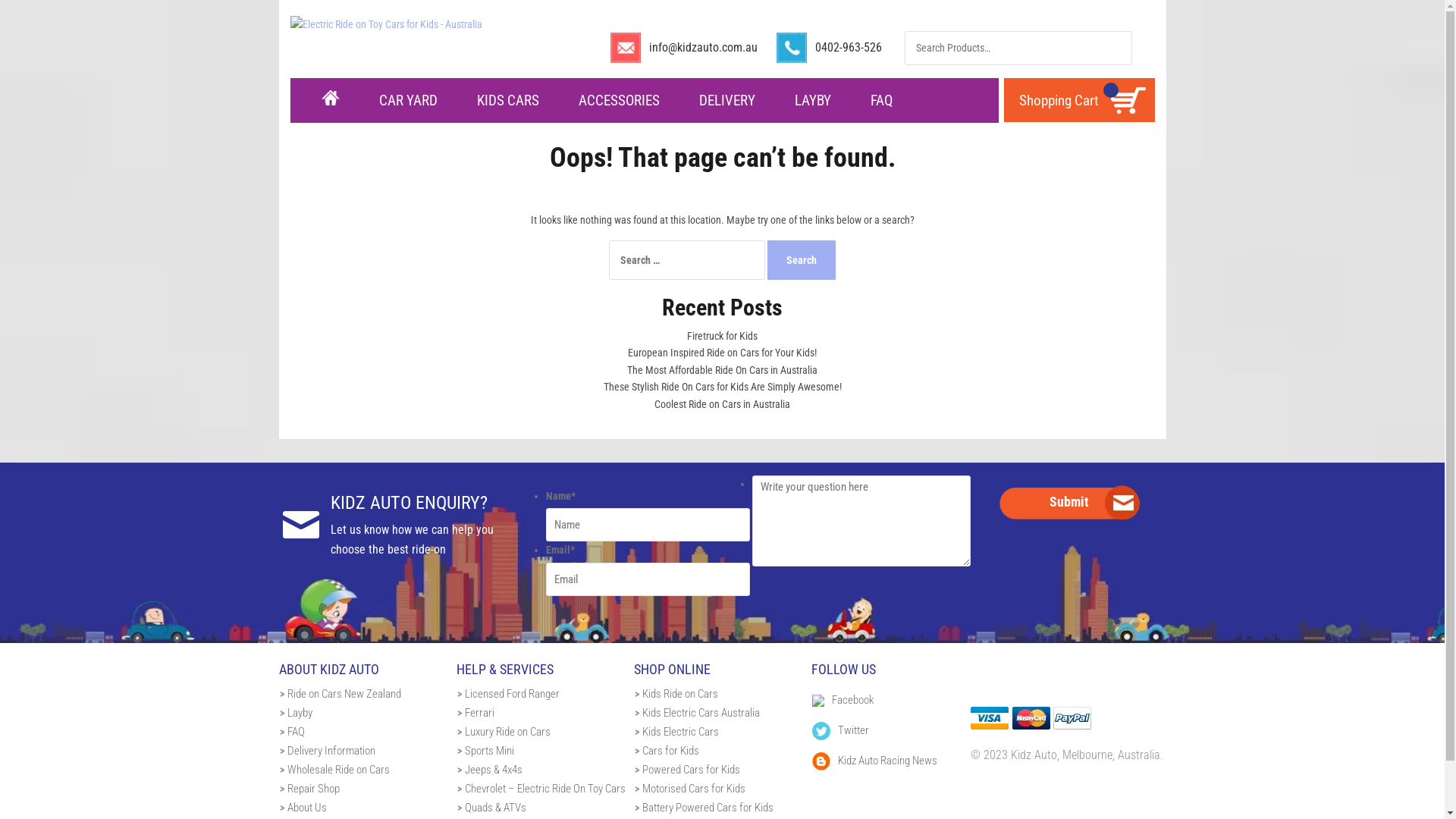 Image resolution: width=1456 pixels, height=819 pixels. What do you see at coordinates (305, 806) in the screenshot?
I see `'About Us'` at bounding box center [305, 806].